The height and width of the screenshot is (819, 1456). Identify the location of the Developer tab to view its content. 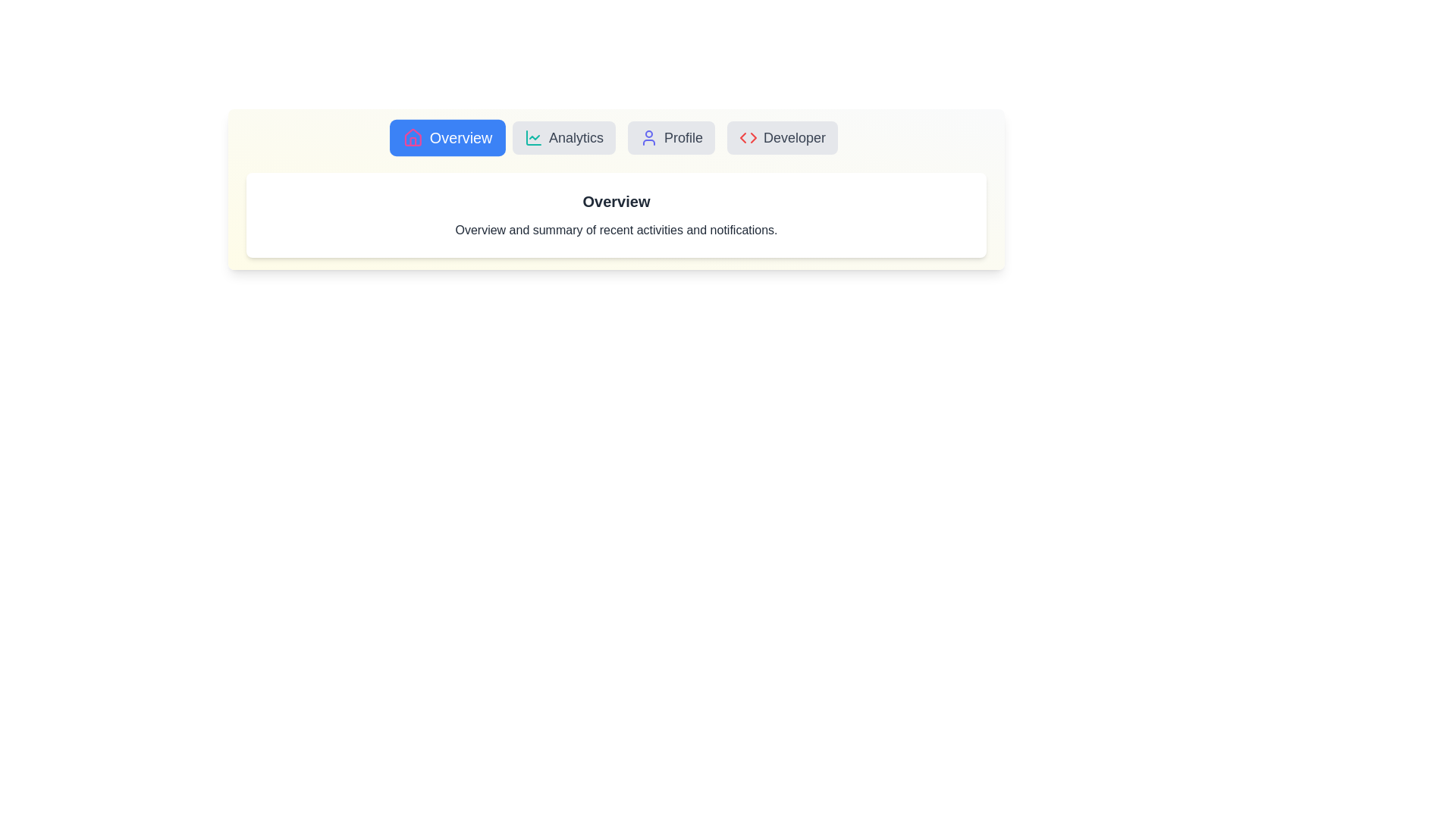
(783, 137).